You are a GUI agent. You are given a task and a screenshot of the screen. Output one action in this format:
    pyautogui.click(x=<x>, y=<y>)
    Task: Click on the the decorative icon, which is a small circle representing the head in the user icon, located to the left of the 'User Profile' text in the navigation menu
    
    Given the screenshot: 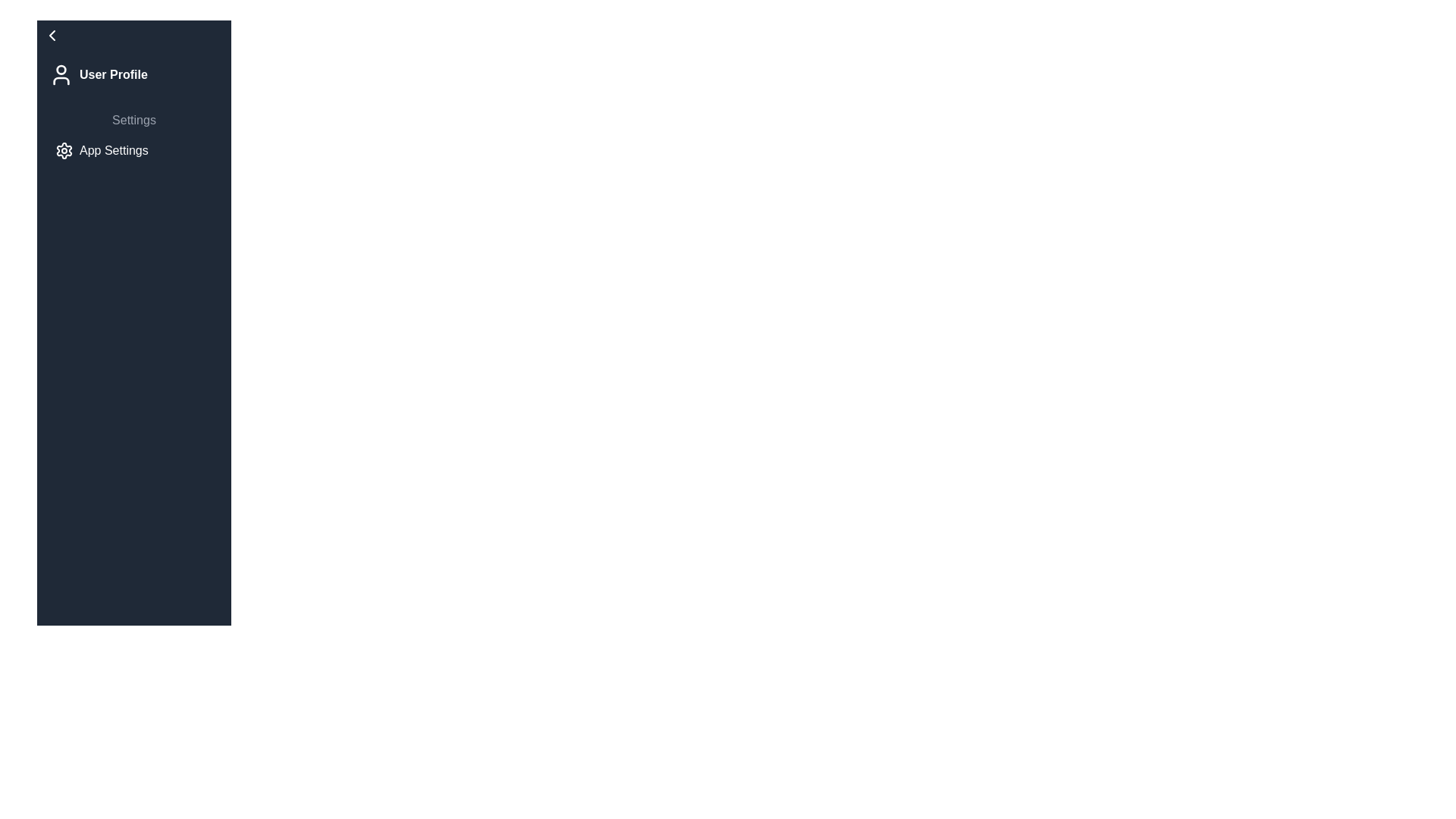 What is the action you would take?
    pyautogui.click(x=61, y=70)
    